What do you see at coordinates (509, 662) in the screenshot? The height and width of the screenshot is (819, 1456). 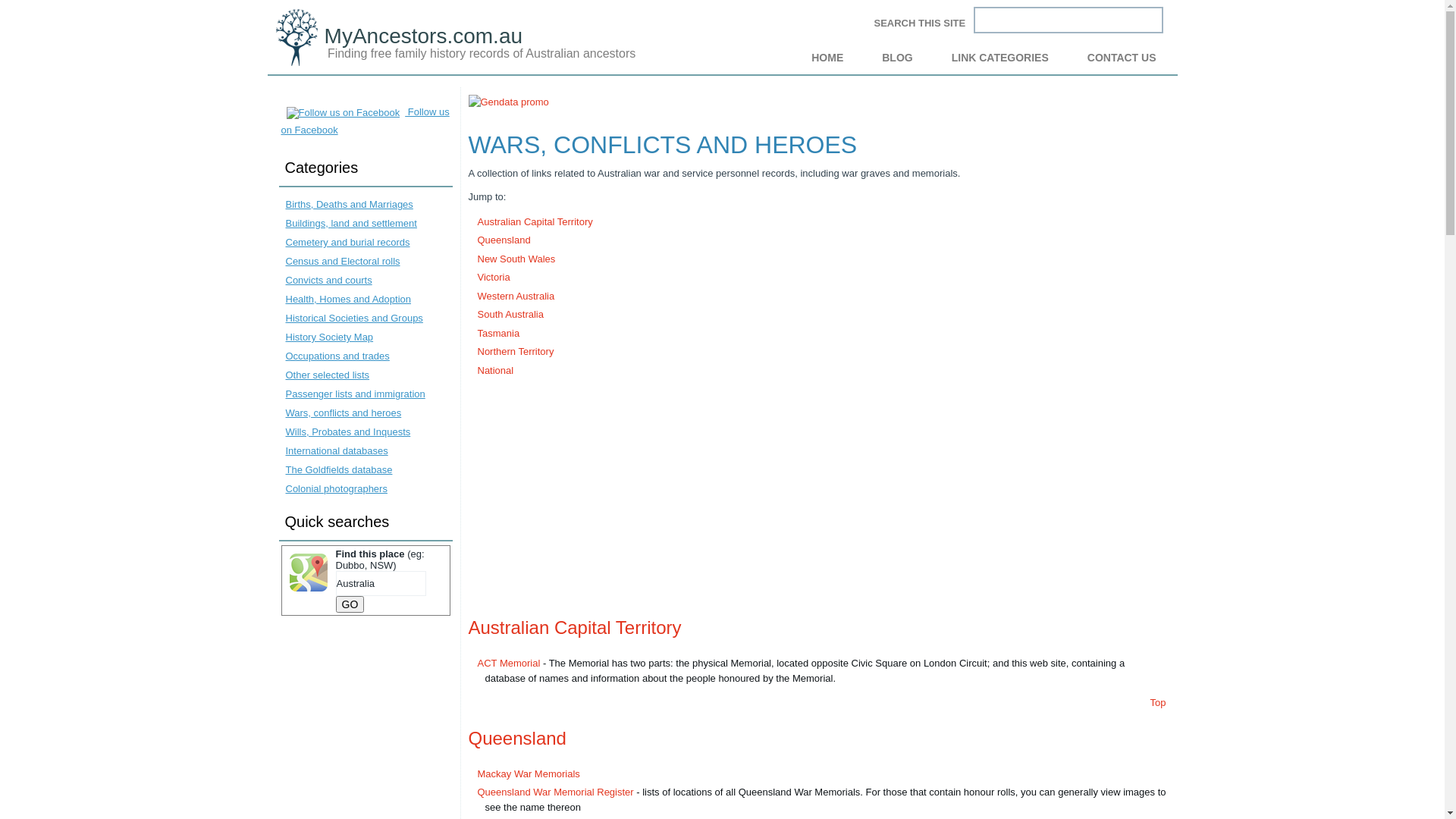 I see `'ACT Memorial'` at bounding box center [509, 662].